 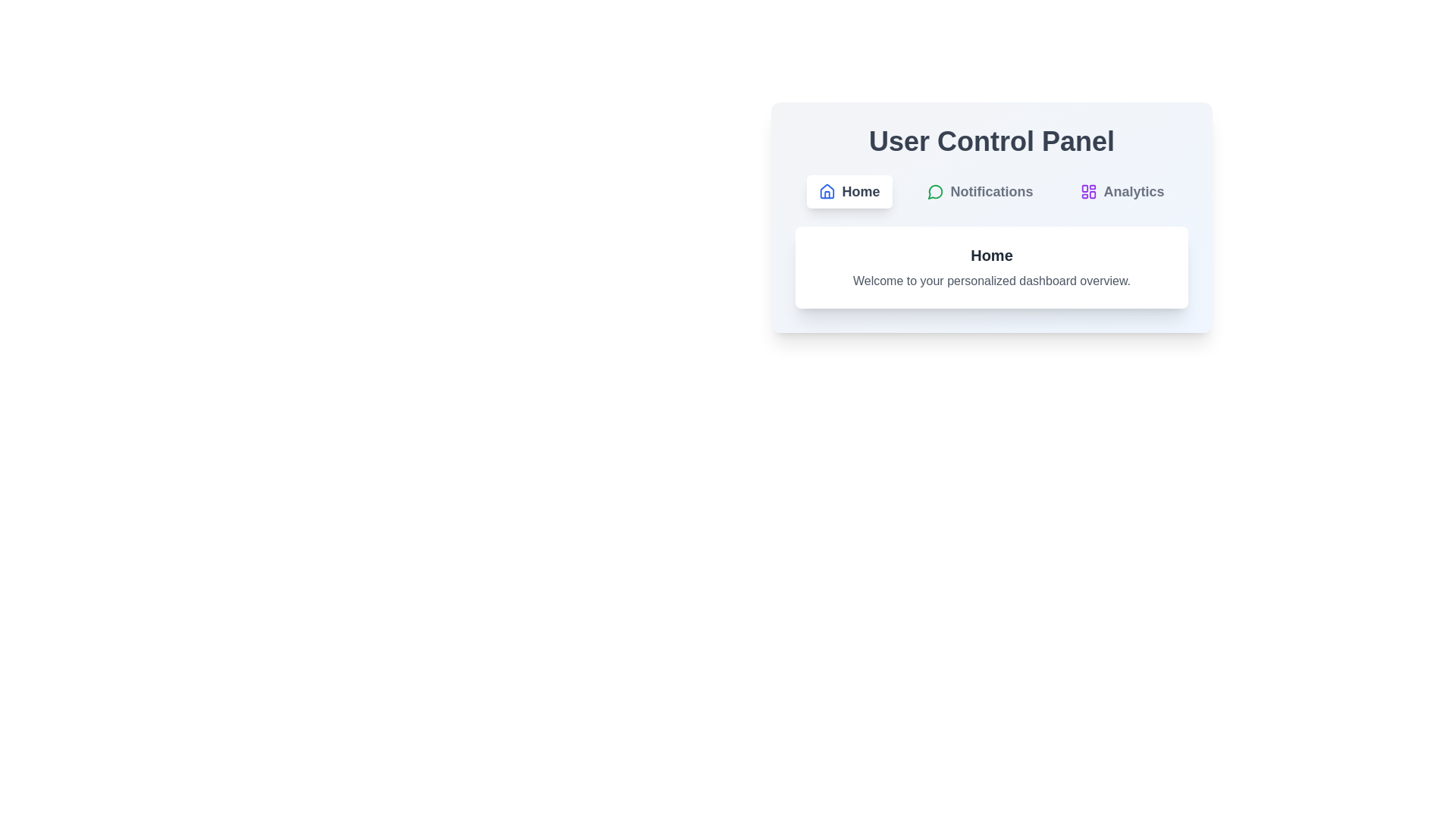 What do you see at coordinates (1122, 191) in the screenshot?
I see `the button labeled Analytics` at bounding box center [1122, 191].